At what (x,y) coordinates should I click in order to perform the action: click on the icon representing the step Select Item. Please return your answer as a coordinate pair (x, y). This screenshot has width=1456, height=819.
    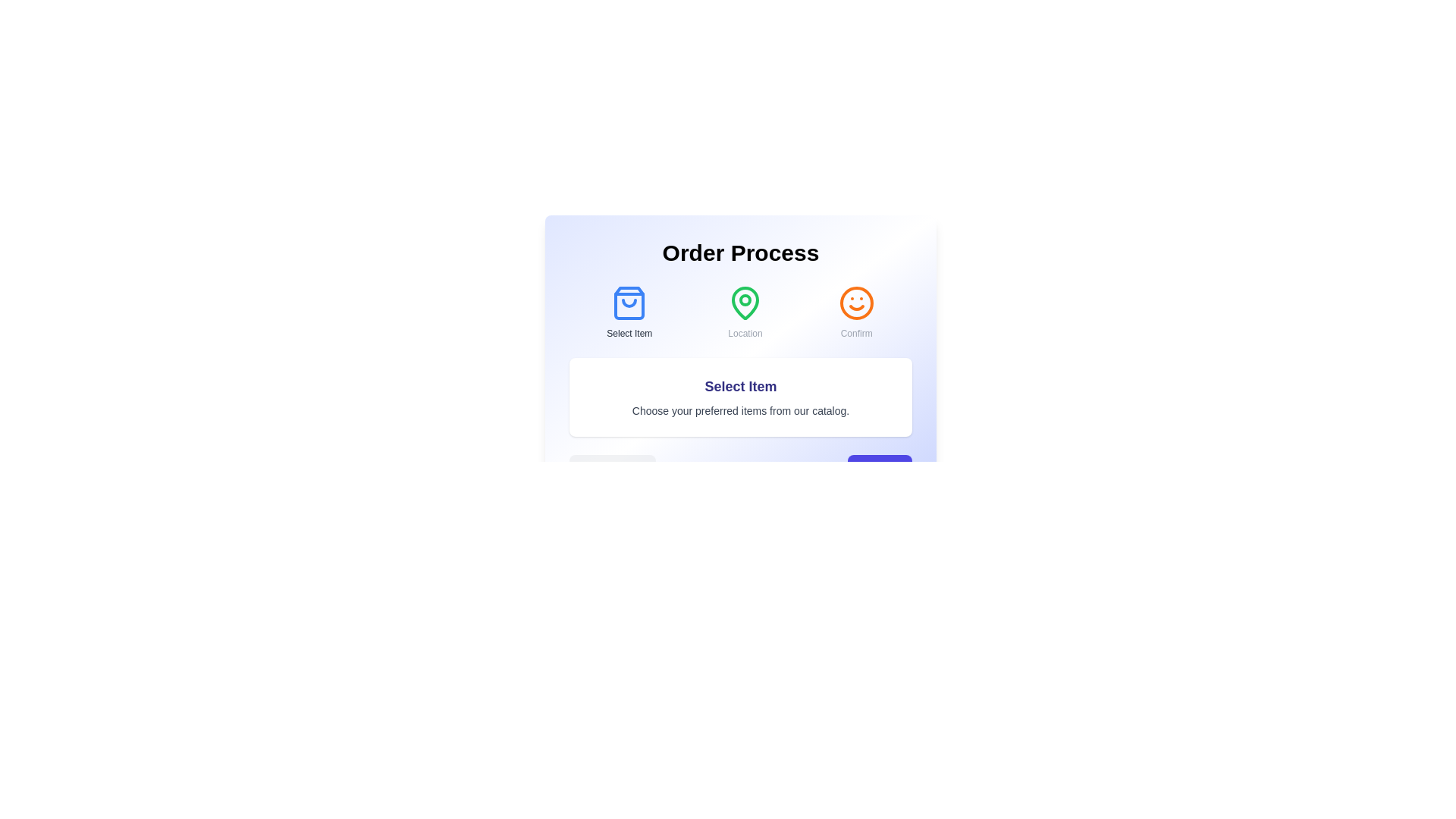
    Looking at the image, I should click on (629, 303).